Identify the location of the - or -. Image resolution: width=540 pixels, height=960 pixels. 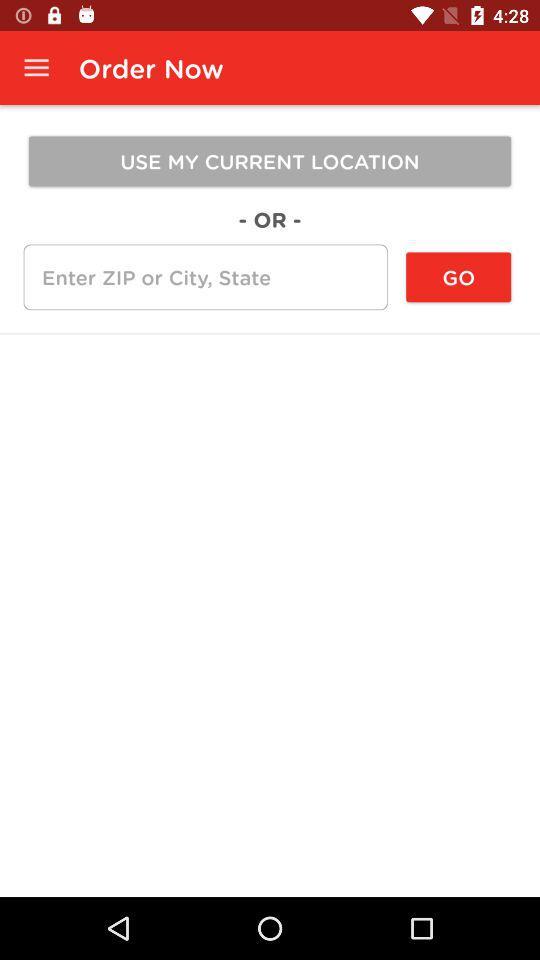
(270, 219).